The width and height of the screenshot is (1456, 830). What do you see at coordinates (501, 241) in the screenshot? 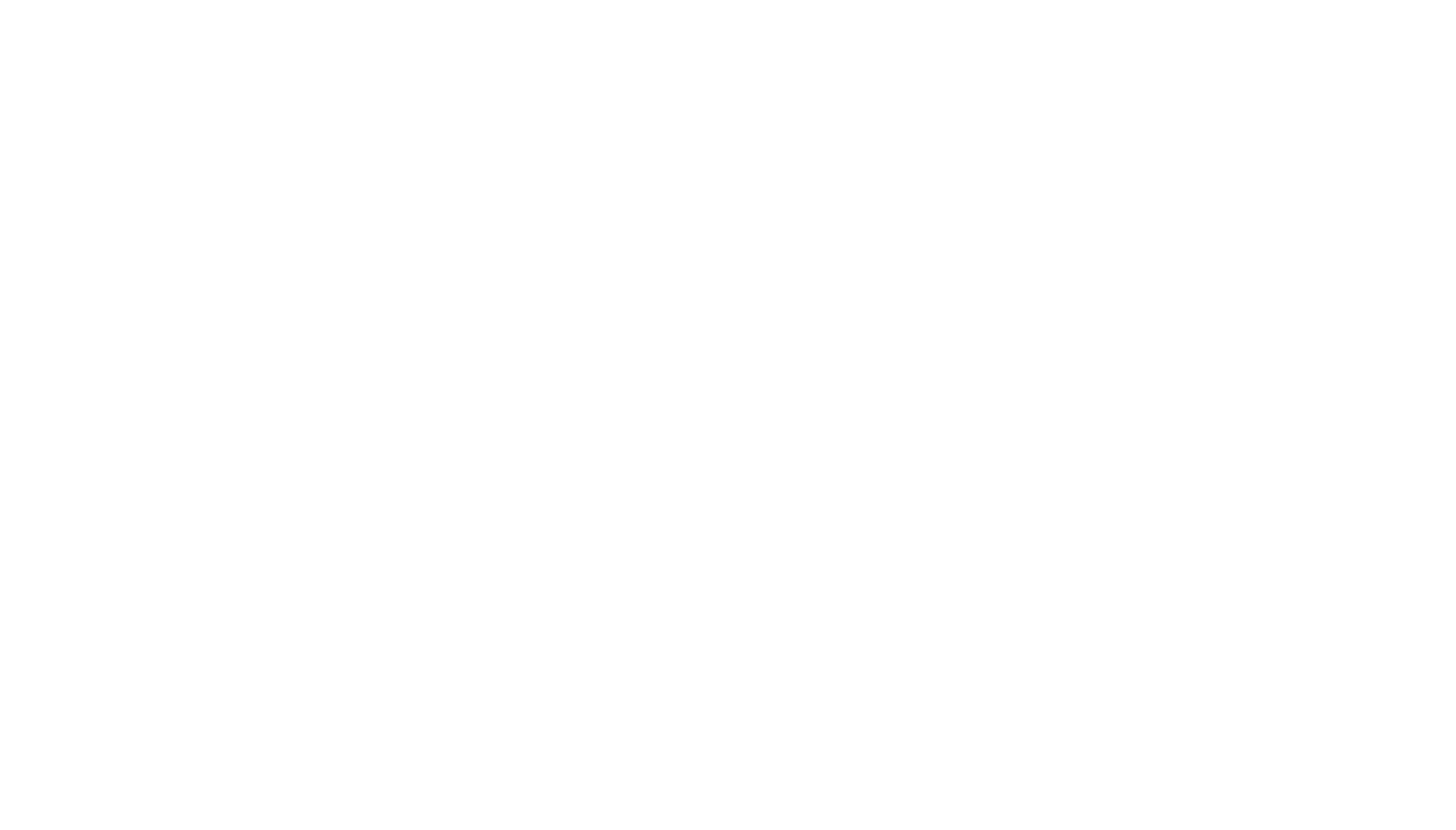
I see `'Shredded Chicken and Cheese  $34.00'` at bounding box center [501, 241].